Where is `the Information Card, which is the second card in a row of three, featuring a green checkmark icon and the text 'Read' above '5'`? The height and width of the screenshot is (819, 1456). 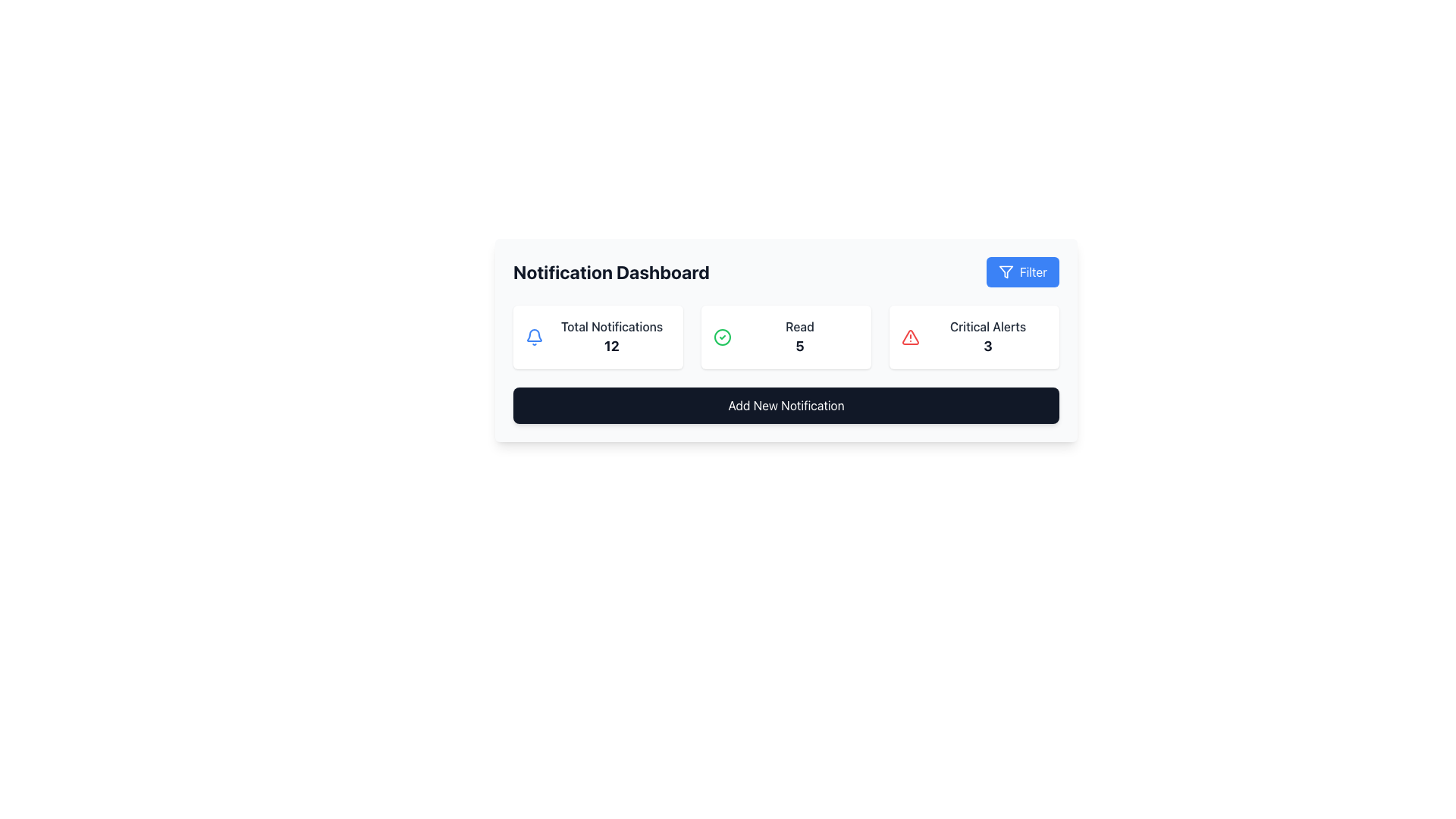 the Information Card, which is the second card in a row of three, featuring a green checkmark icon and the text 'Read' above '5' is located at coordinates (786, 336).